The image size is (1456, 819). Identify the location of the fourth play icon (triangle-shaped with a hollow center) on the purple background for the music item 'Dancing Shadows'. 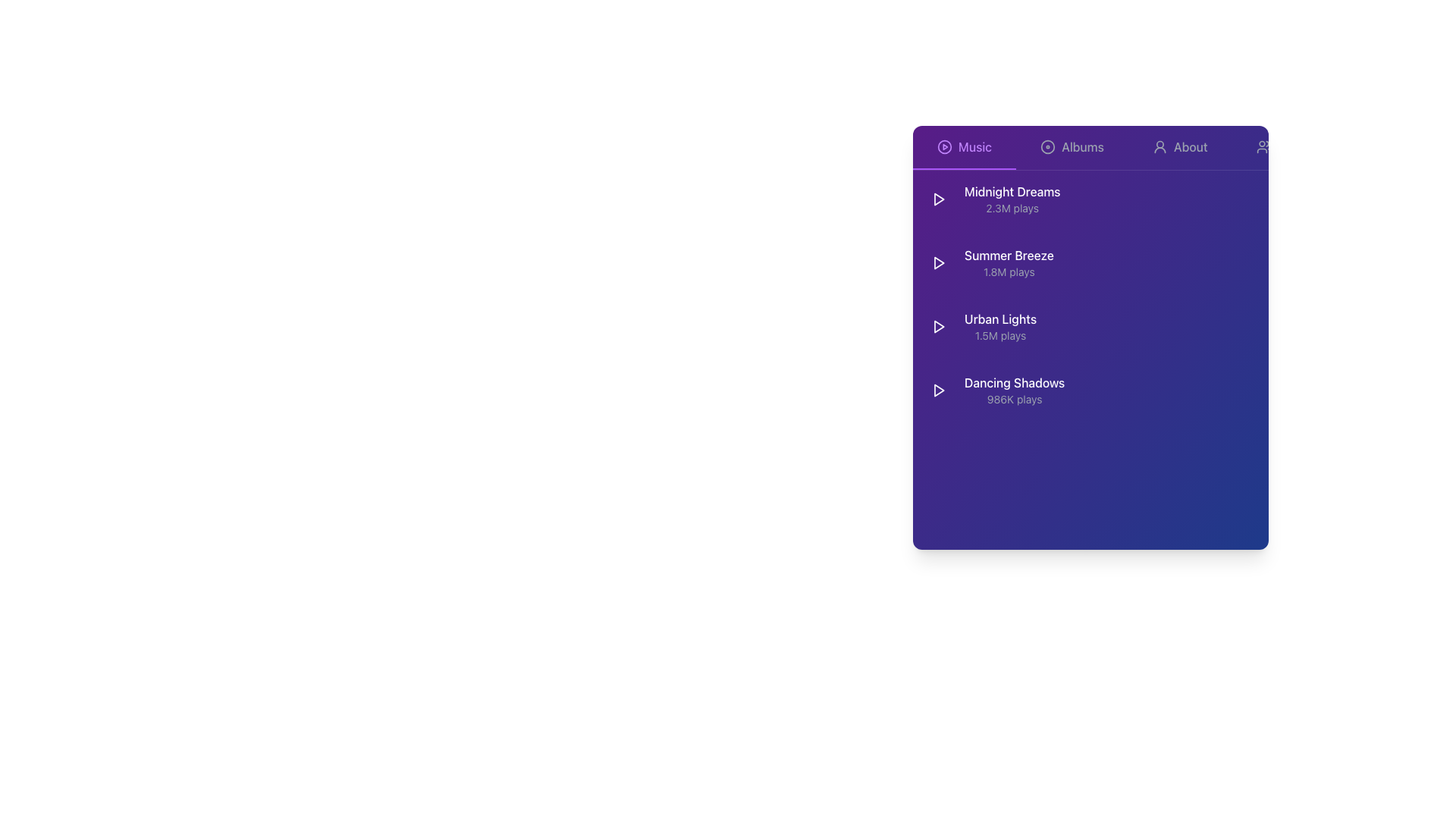
(938, 390).